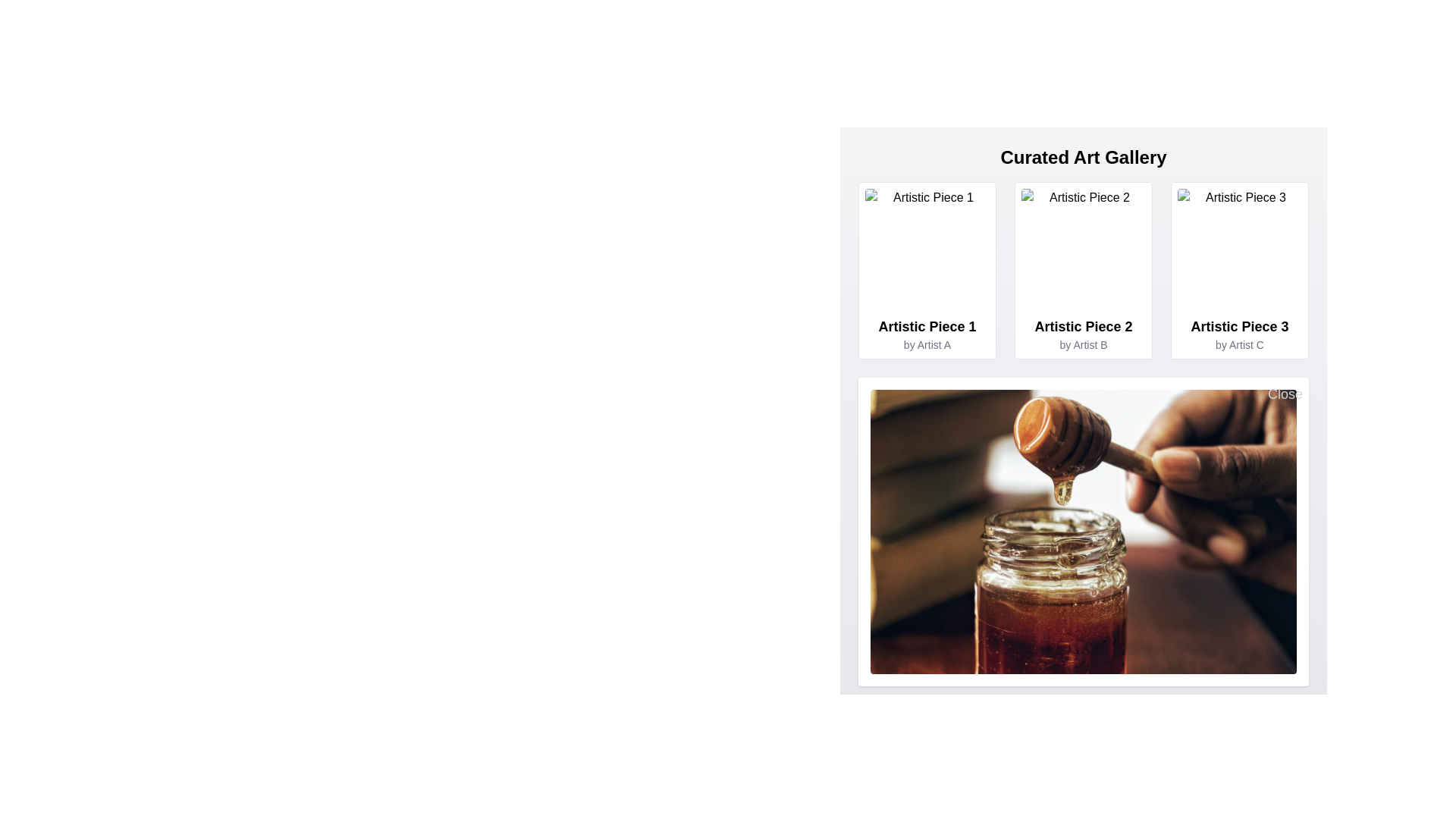 This screenshot has width=1456, height=819. Describe the element at coordinates (927, 333) in the screenshot. I see `text displayed in the Text Display element, which provides the title and author's name for the artwork located in the first card of the grid layout` at that location.